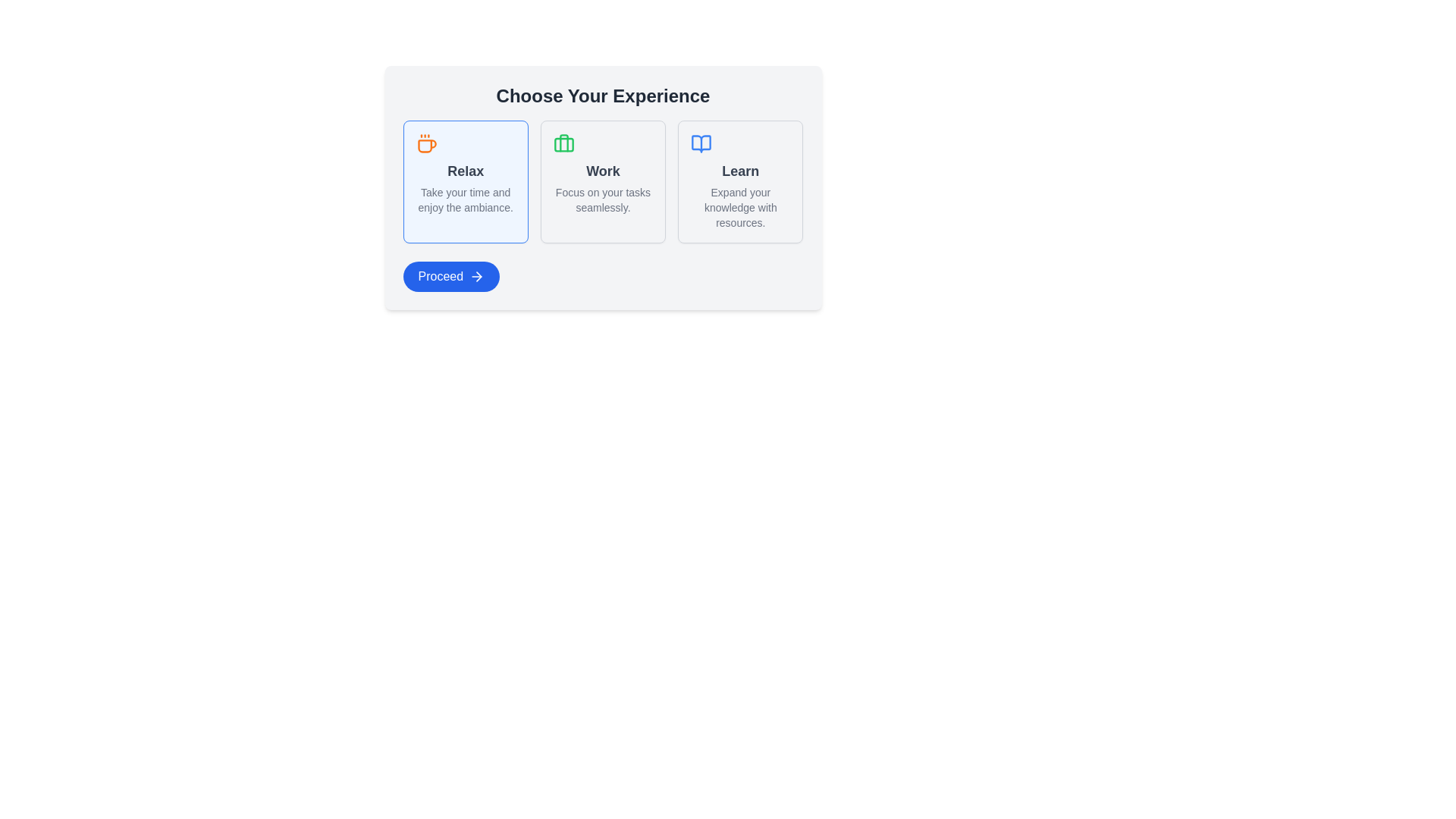  I want to click on the orange coffee cup icon located in the top left corner of the 'Relax' box, which is part of the 'Choose Your Experience' section, so click(465, 143).